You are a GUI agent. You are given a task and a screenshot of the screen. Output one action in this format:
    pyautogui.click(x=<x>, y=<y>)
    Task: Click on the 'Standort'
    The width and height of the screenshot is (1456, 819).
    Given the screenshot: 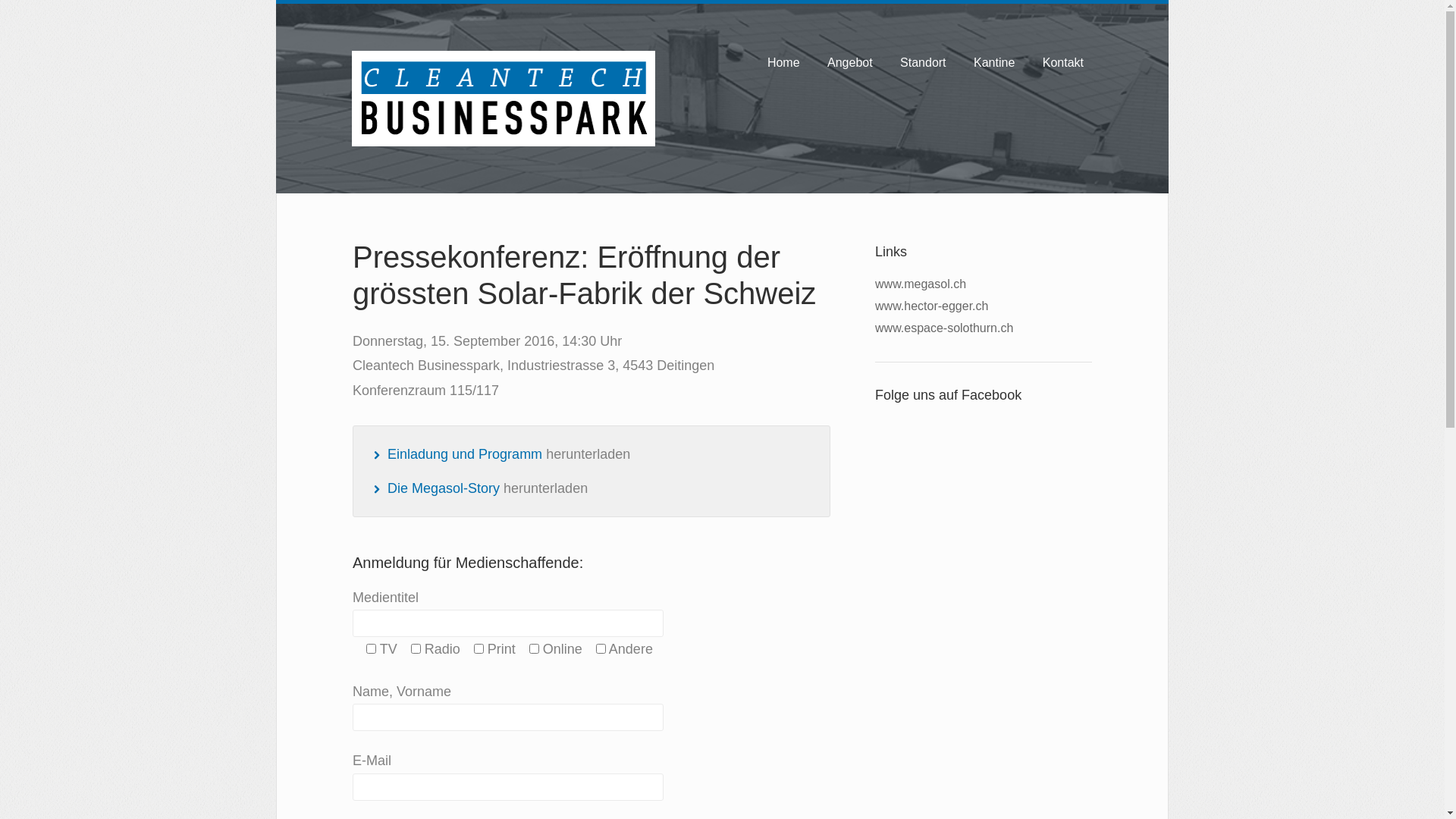 What is the action you would take?
    pyautogui.click(x=922, y=62)
    